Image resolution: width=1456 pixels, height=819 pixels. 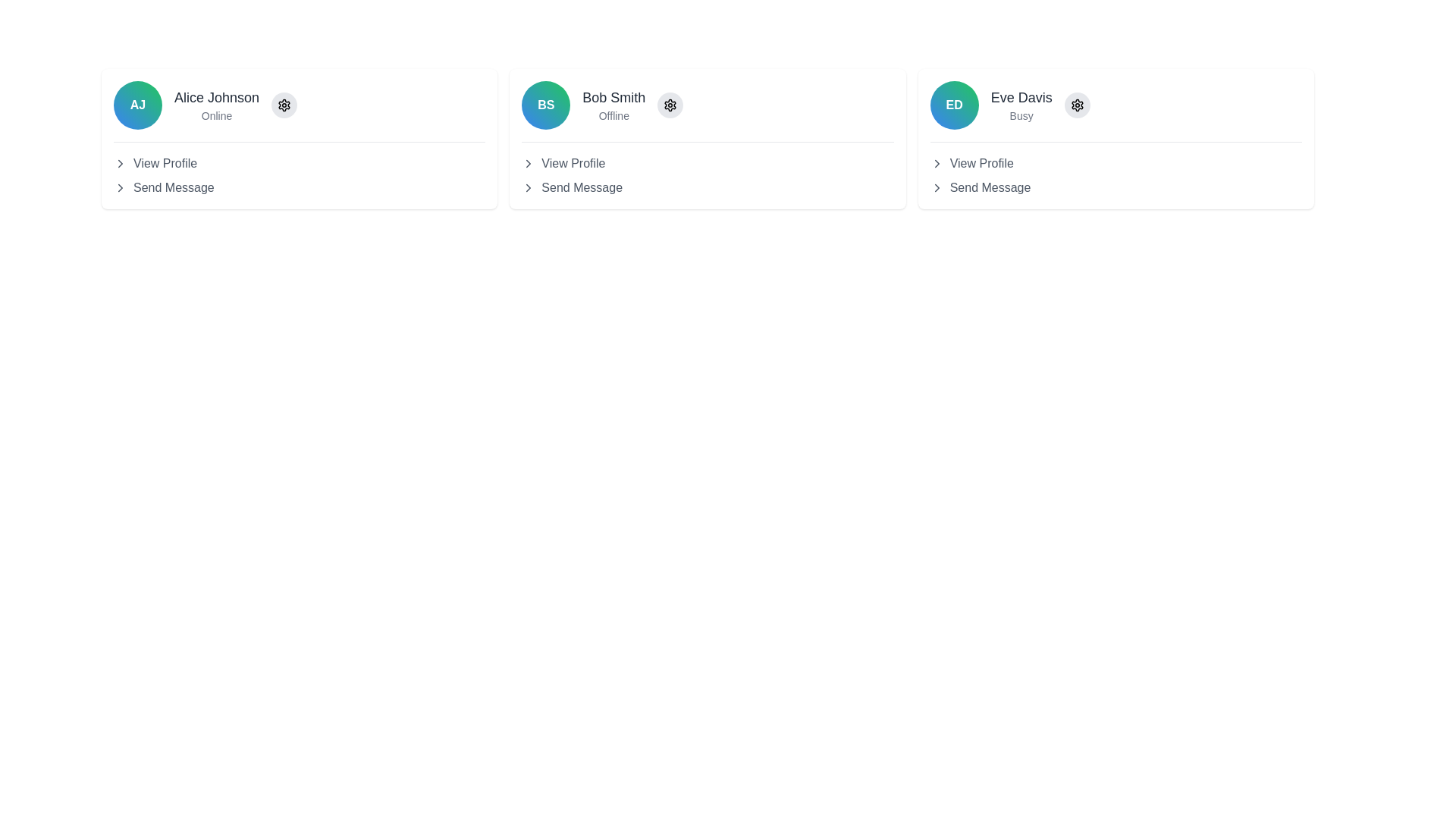 I want to click on text label displaying the name 'Alice Johnson' located centrally within the top-left user card, adjacent to the avatar 'AJ' and above the status text 'Online', so click(x=216, y=97).